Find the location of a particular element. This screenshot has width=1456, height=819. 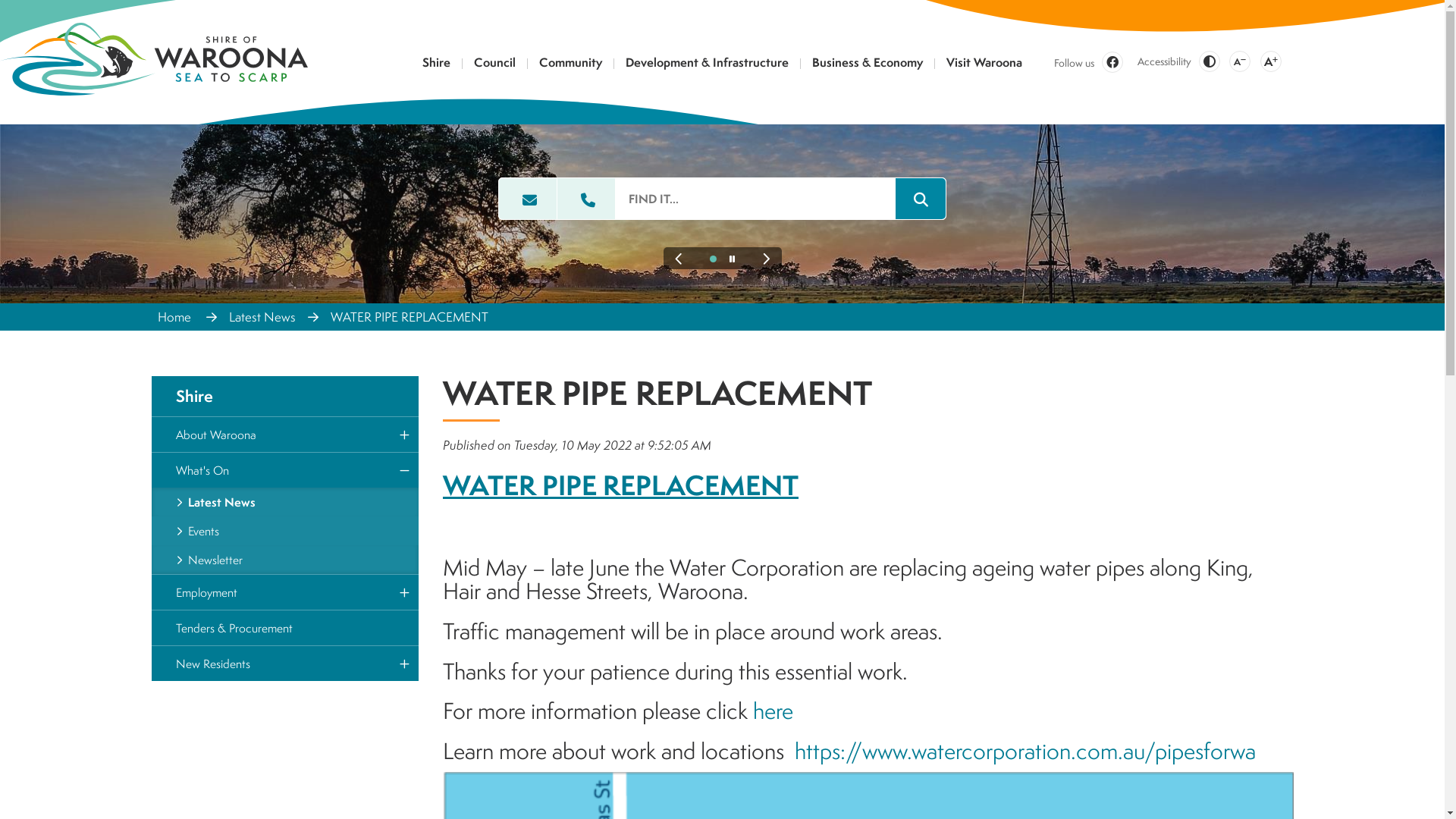

'Business & Economy' is located at coordinates (868, 66).